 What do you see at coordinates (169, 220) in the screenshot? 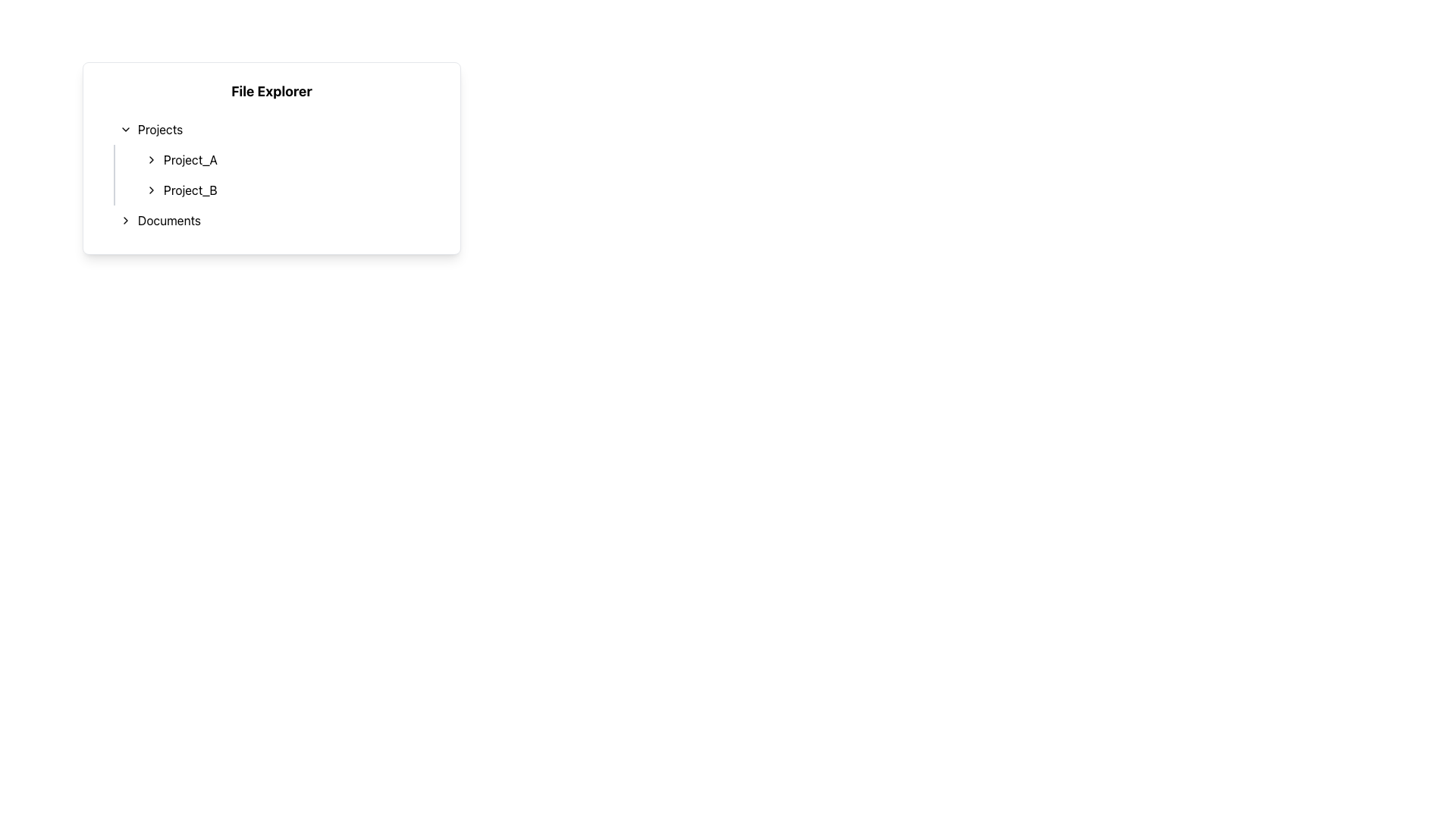
I see `the 'Documents' text label in the navigation tree structure` at bounding box center [169, 220].